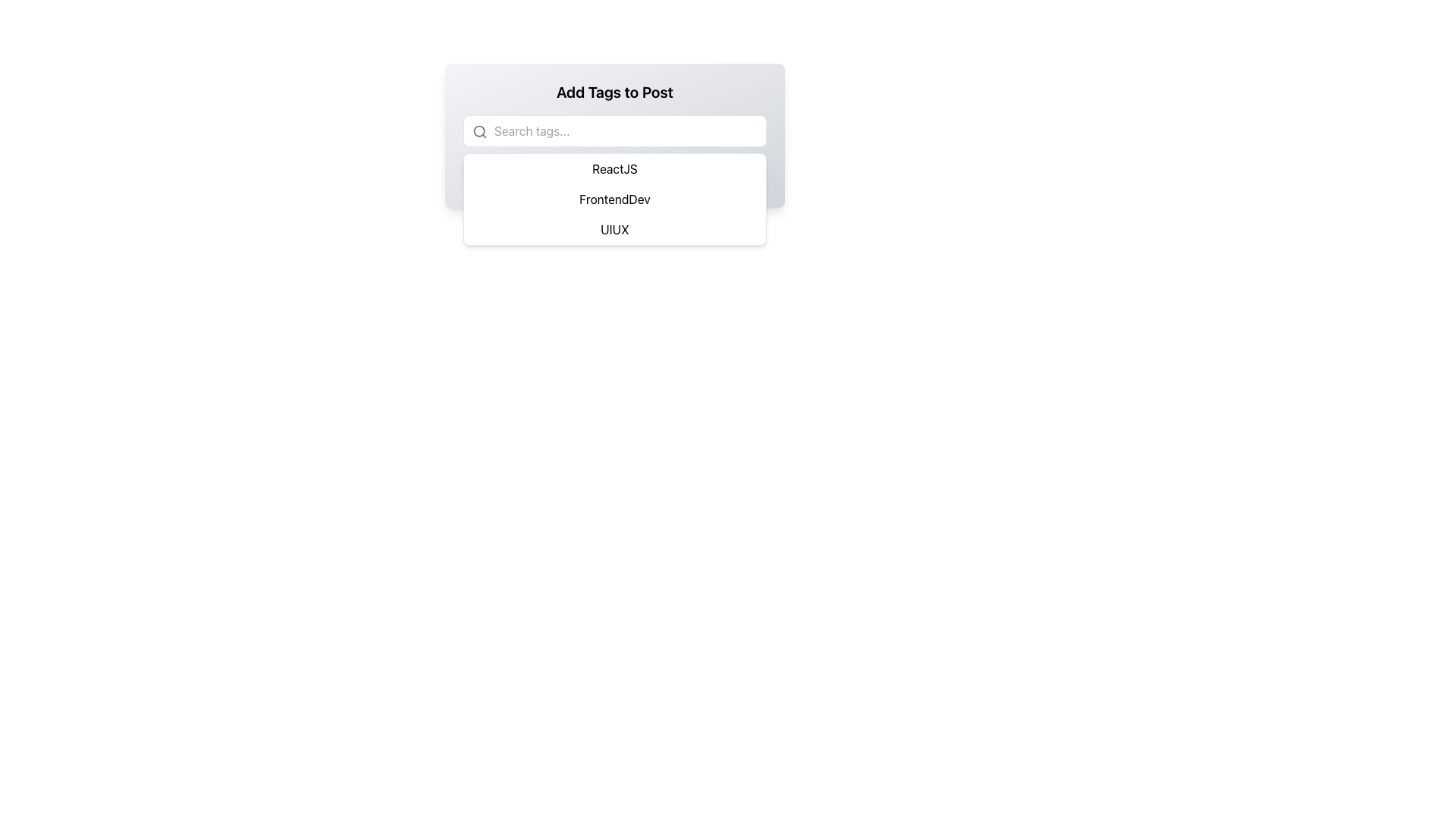 The width and height of the screenshot is (1456, 819). Describe the element at coordinates (615, 169) in the screenshot. I see `the first list item in the dropdown menu` at that location.